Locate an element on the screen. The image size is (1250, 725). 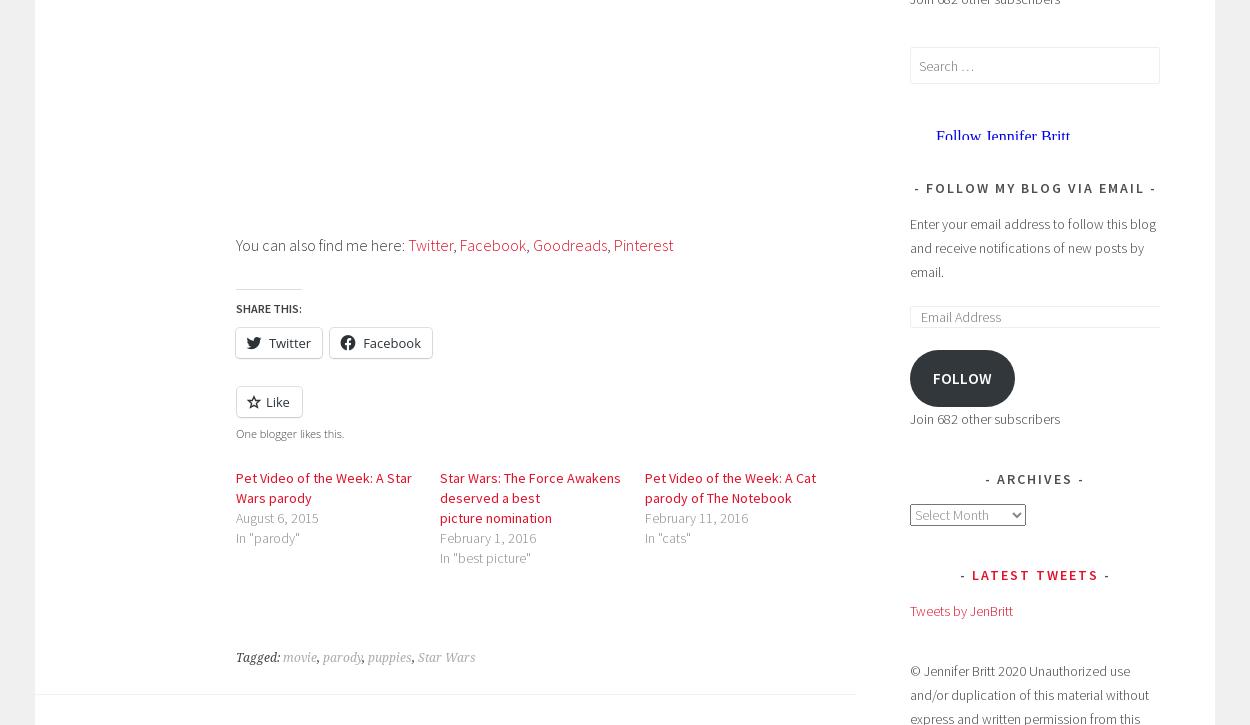
'movie' is located at coordinates (300, 657).